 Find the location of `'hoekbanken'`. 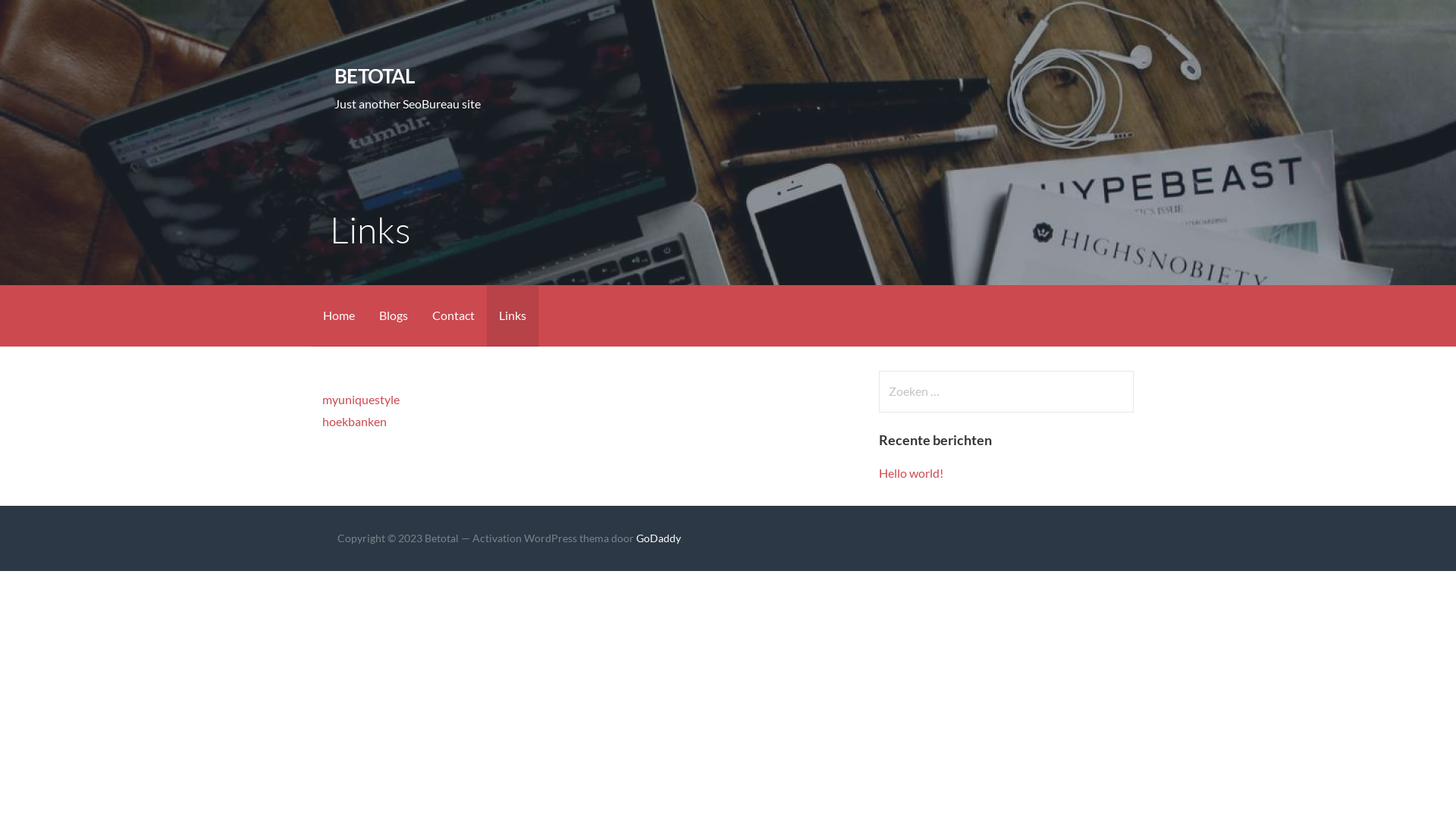

'hoekbanken' is located at coordinates (353, 421).